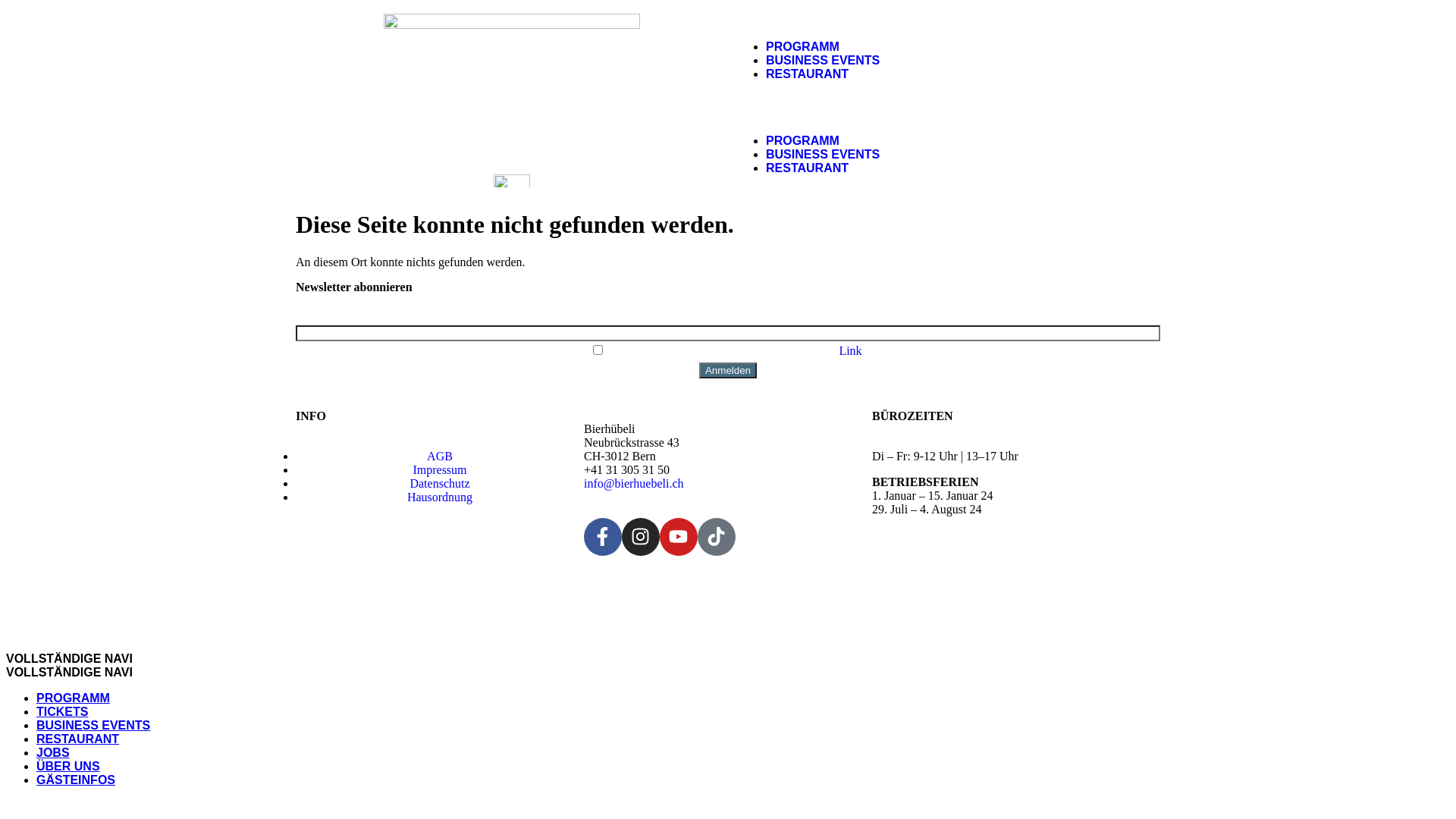  Describe the element at coordinates (438, 469) in the screenshot. I see `'Impressum'` at that location.